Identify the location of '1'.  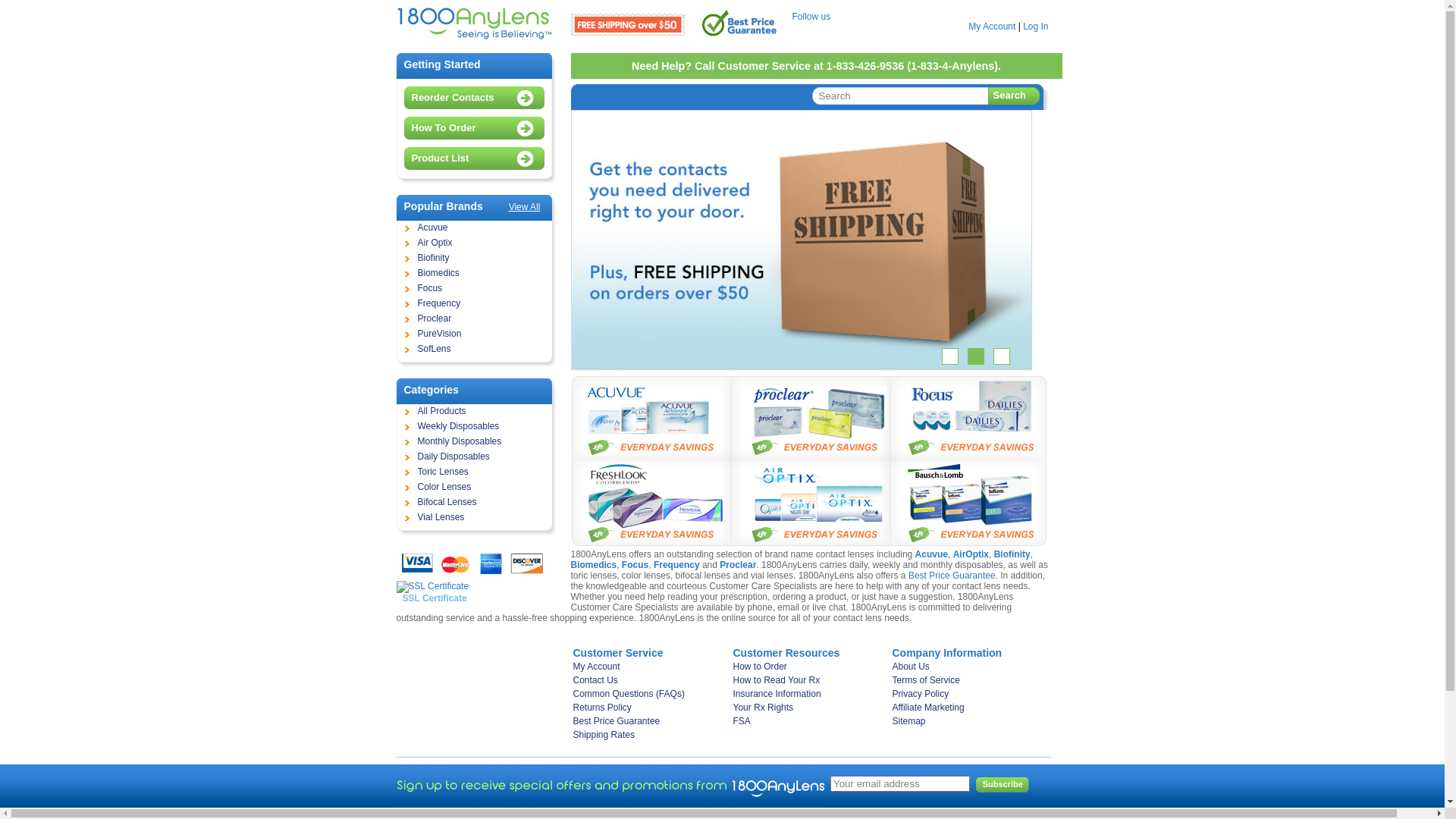
(941, 356).